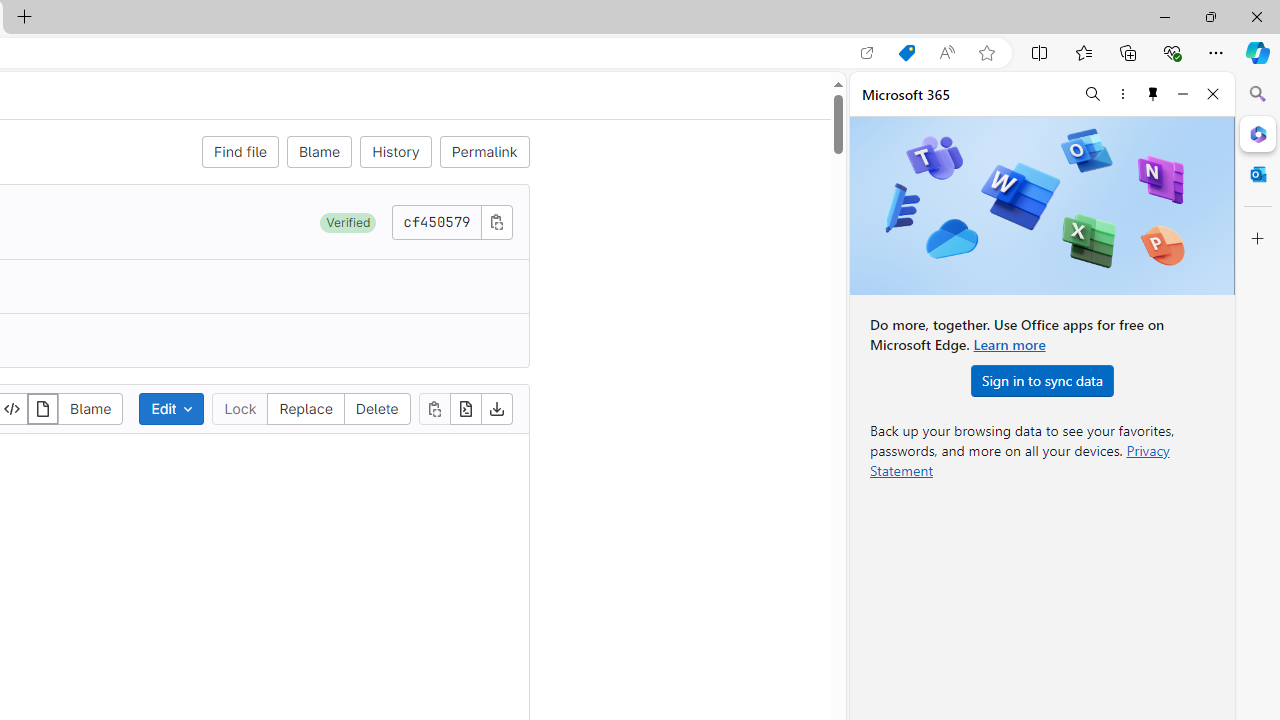  I want to click on 'Open in app', so click(867, 52).